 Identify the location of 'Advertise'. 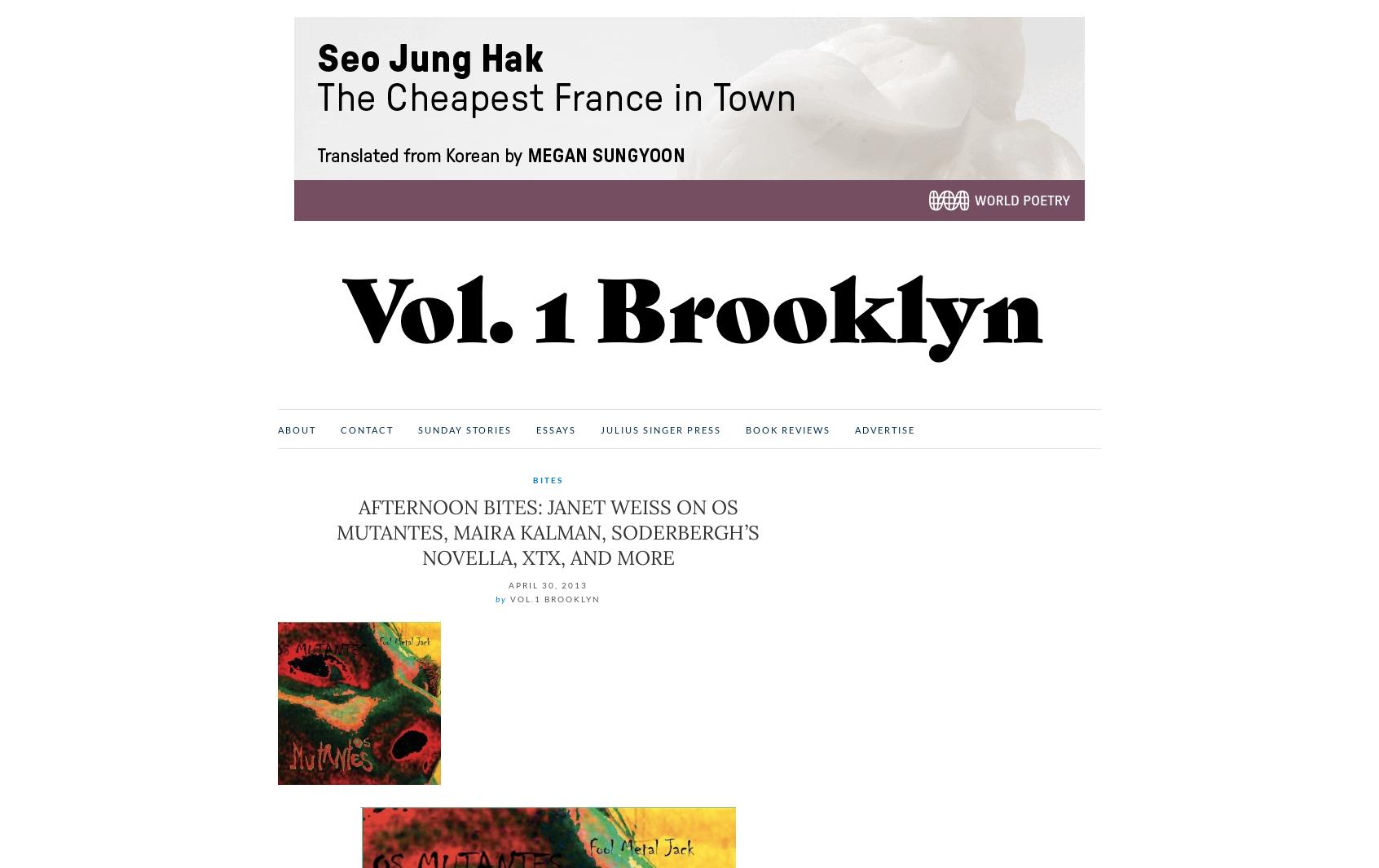
(884, 429).